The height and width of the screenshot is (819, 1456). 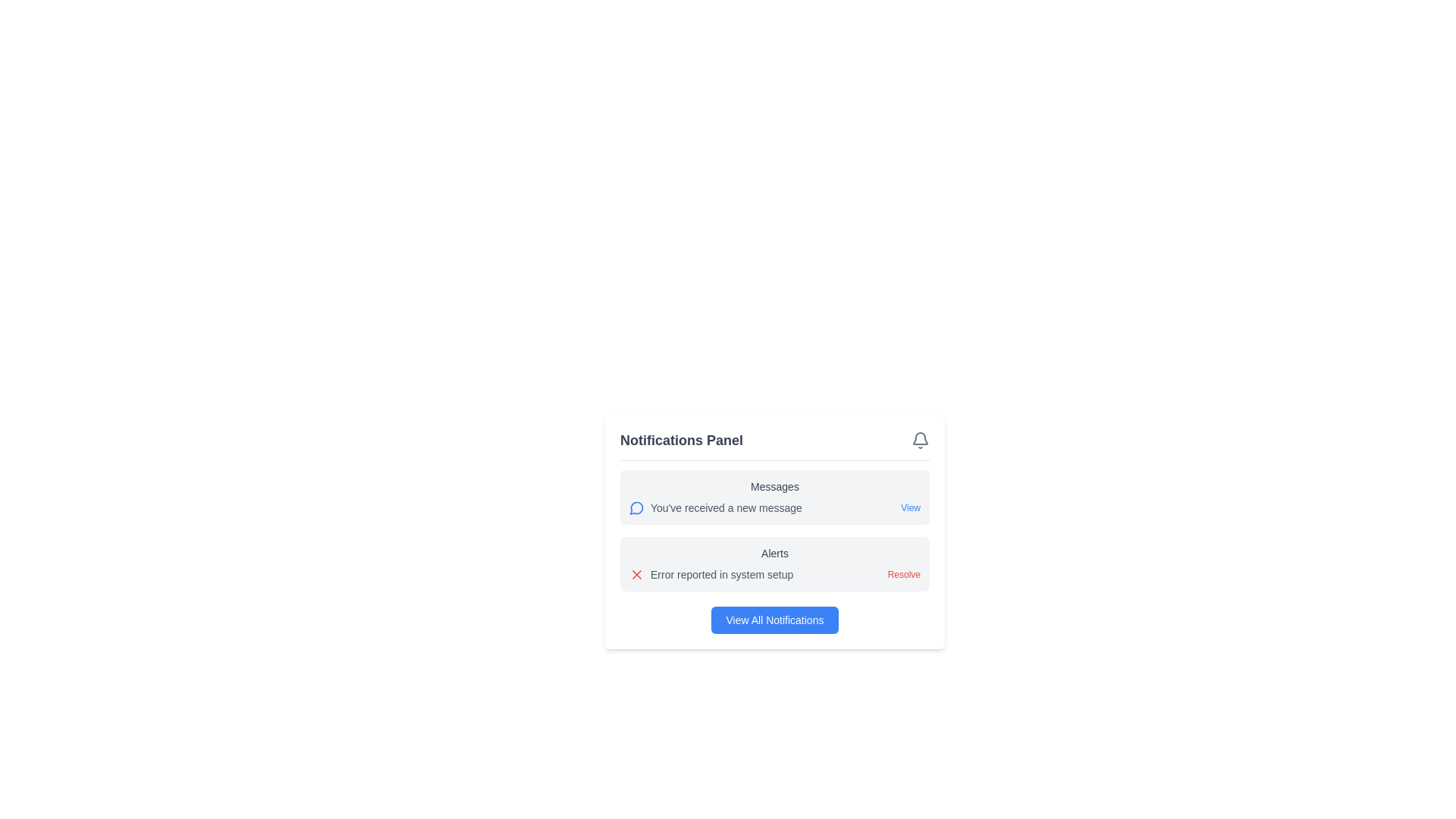 What do you see at coordinates (910, 508) in the screenshot?
I see `the 'View' hyperlink located in the notification box within the right-side section of the 'Messages' group` at bounding box center [910, 508].